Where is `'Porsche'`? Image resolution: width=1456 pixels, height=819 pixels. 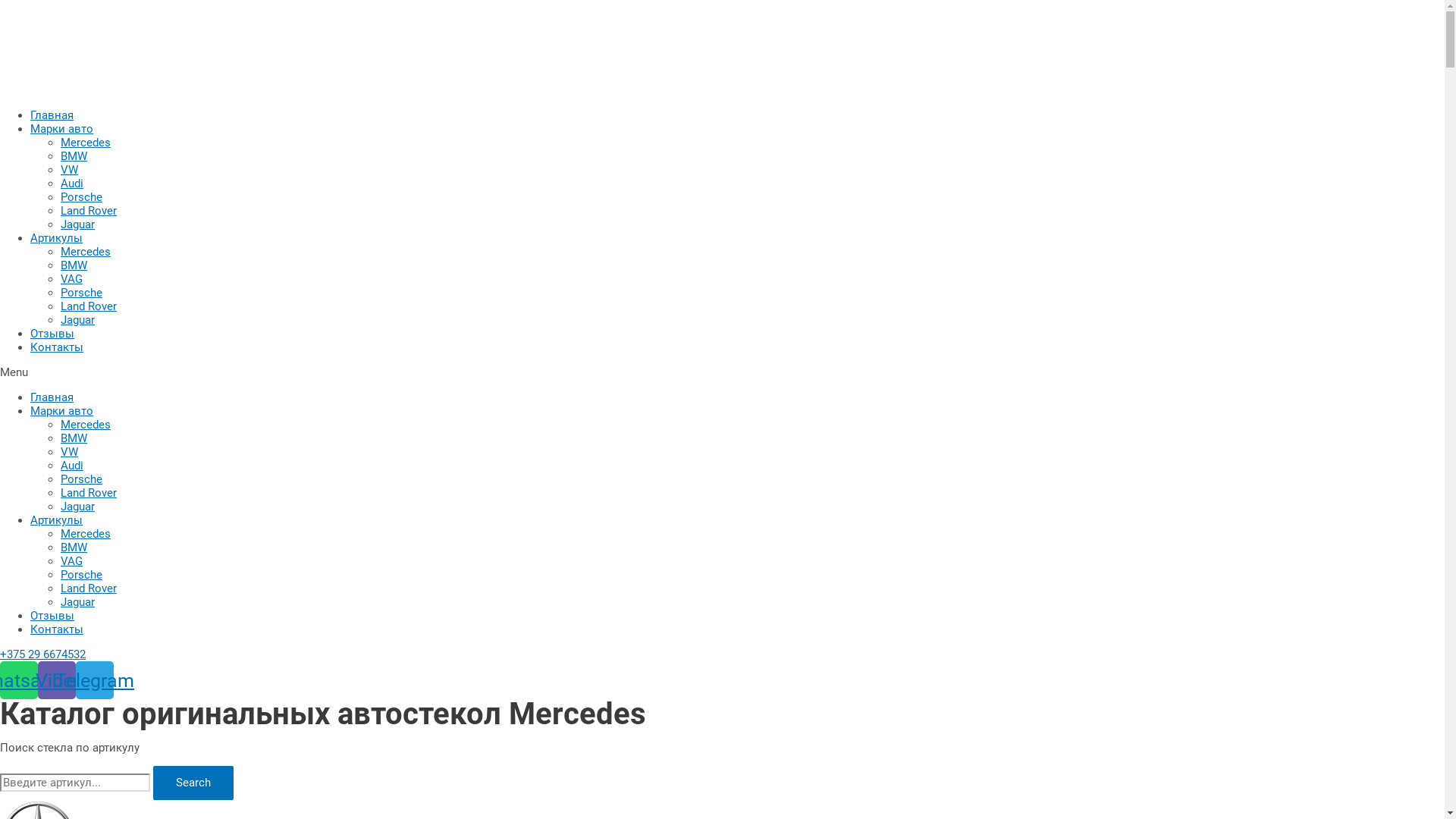
'Porsche' is located at coordinates (80, 479).